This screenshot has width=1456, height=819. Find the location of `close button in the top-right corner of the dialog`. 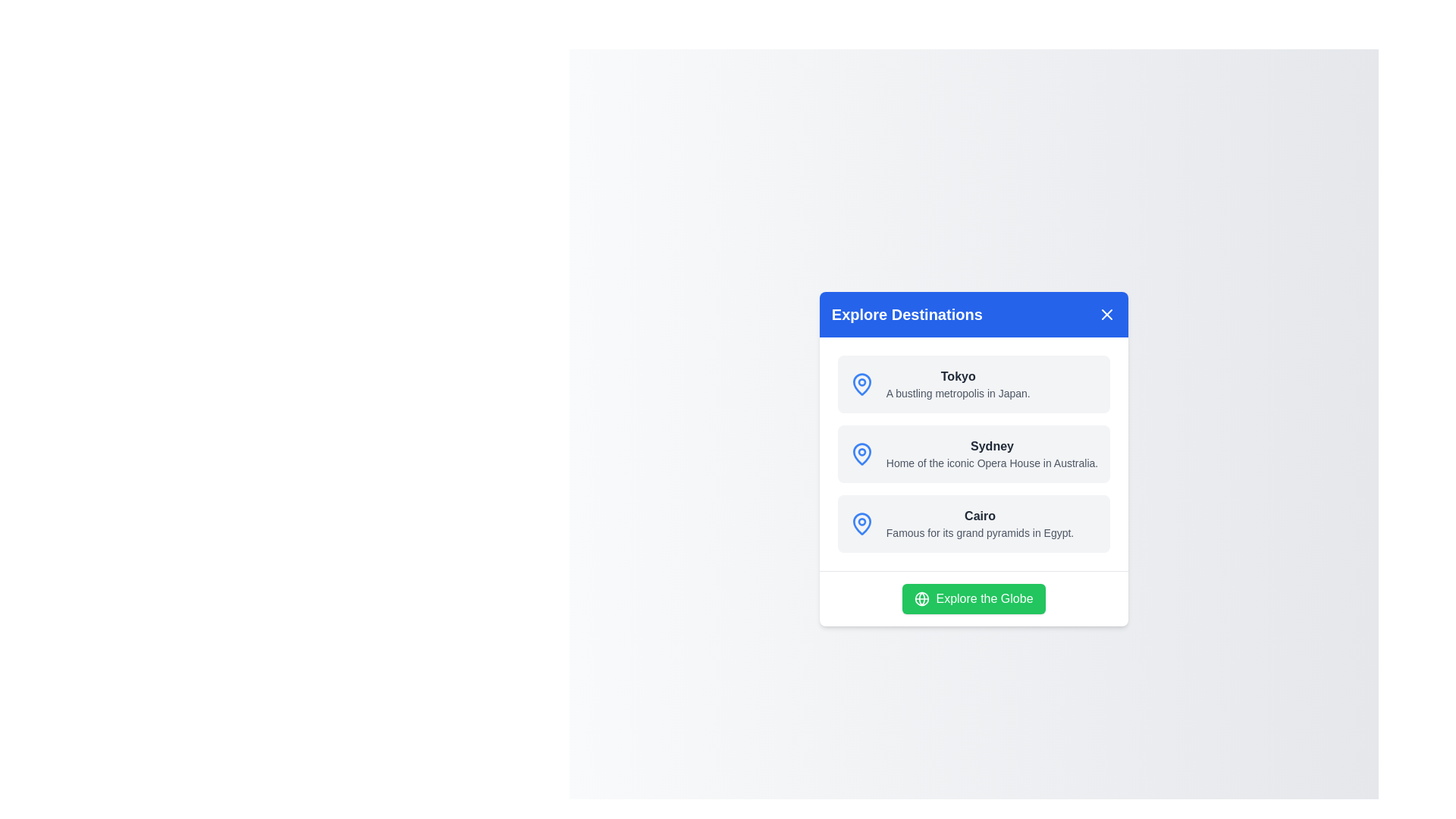

close button in the top-right corner of the dialog is located at coordinates (1106, 312).